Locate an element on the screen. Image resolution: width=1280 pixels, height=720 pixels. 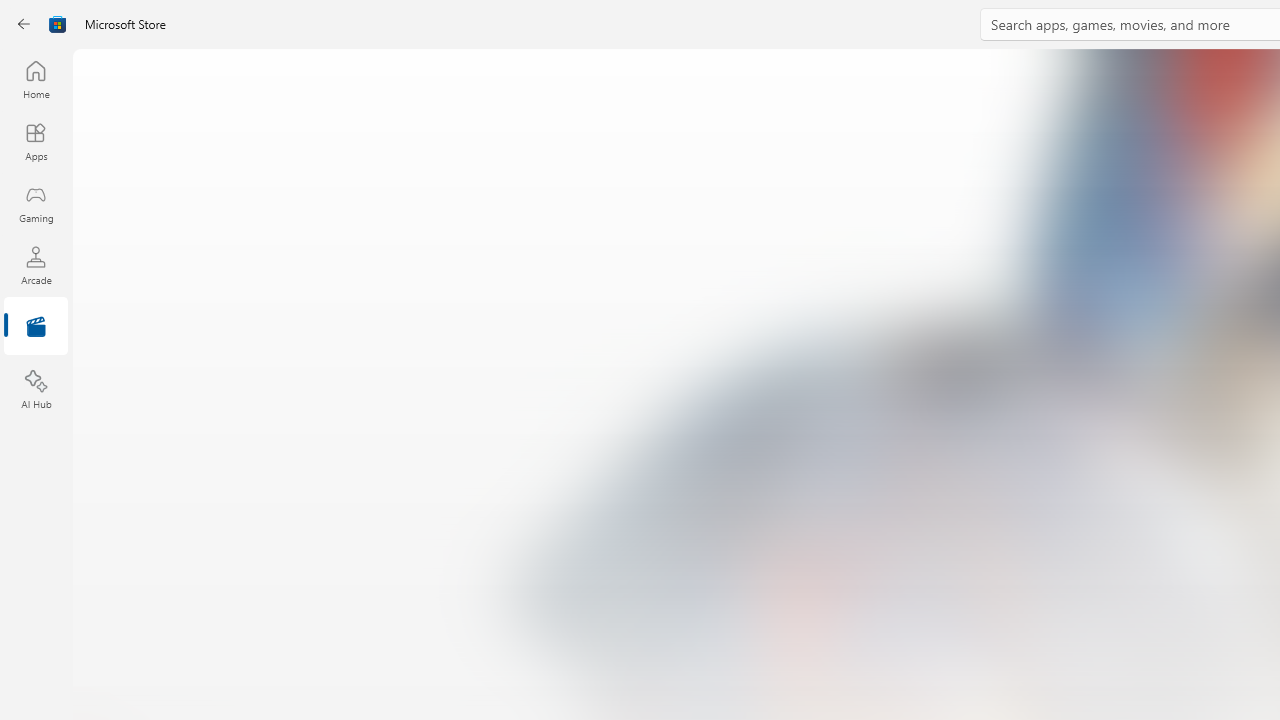
'Back' is located at coordinates (24, 24).